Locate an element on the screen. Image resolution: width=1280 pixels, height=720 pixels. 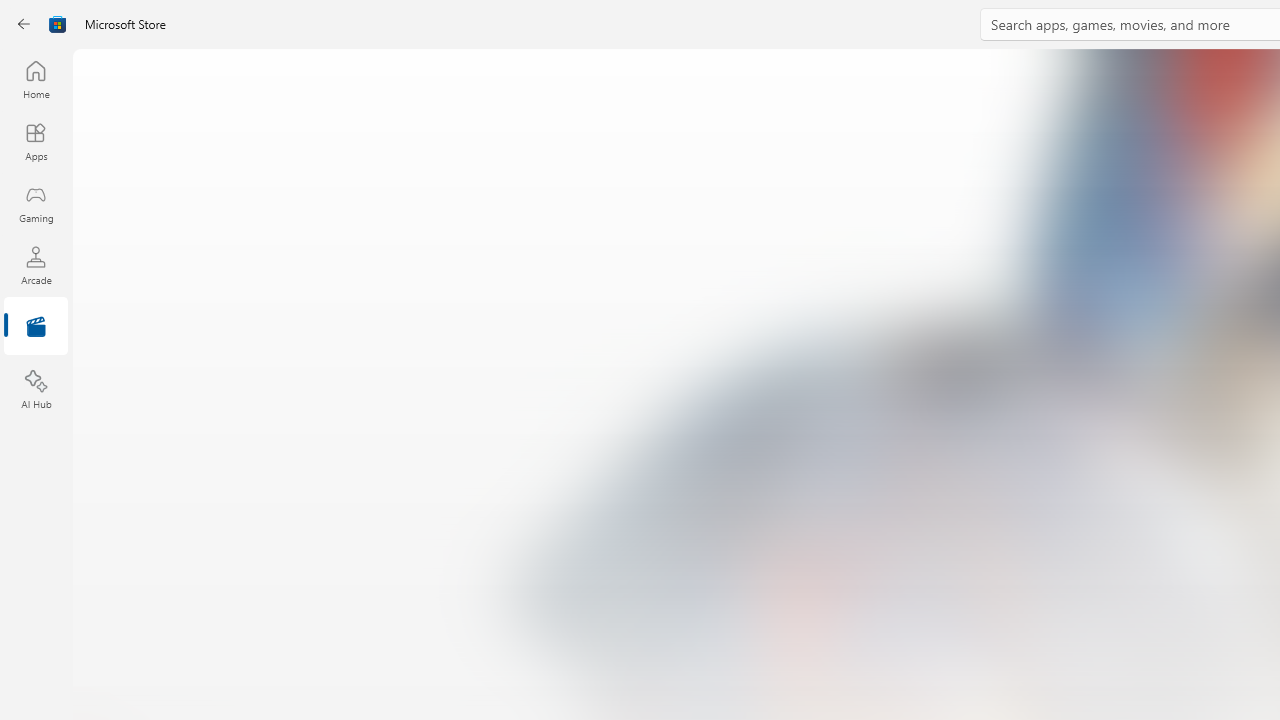
'Back' is located at coordinates (24, 24).